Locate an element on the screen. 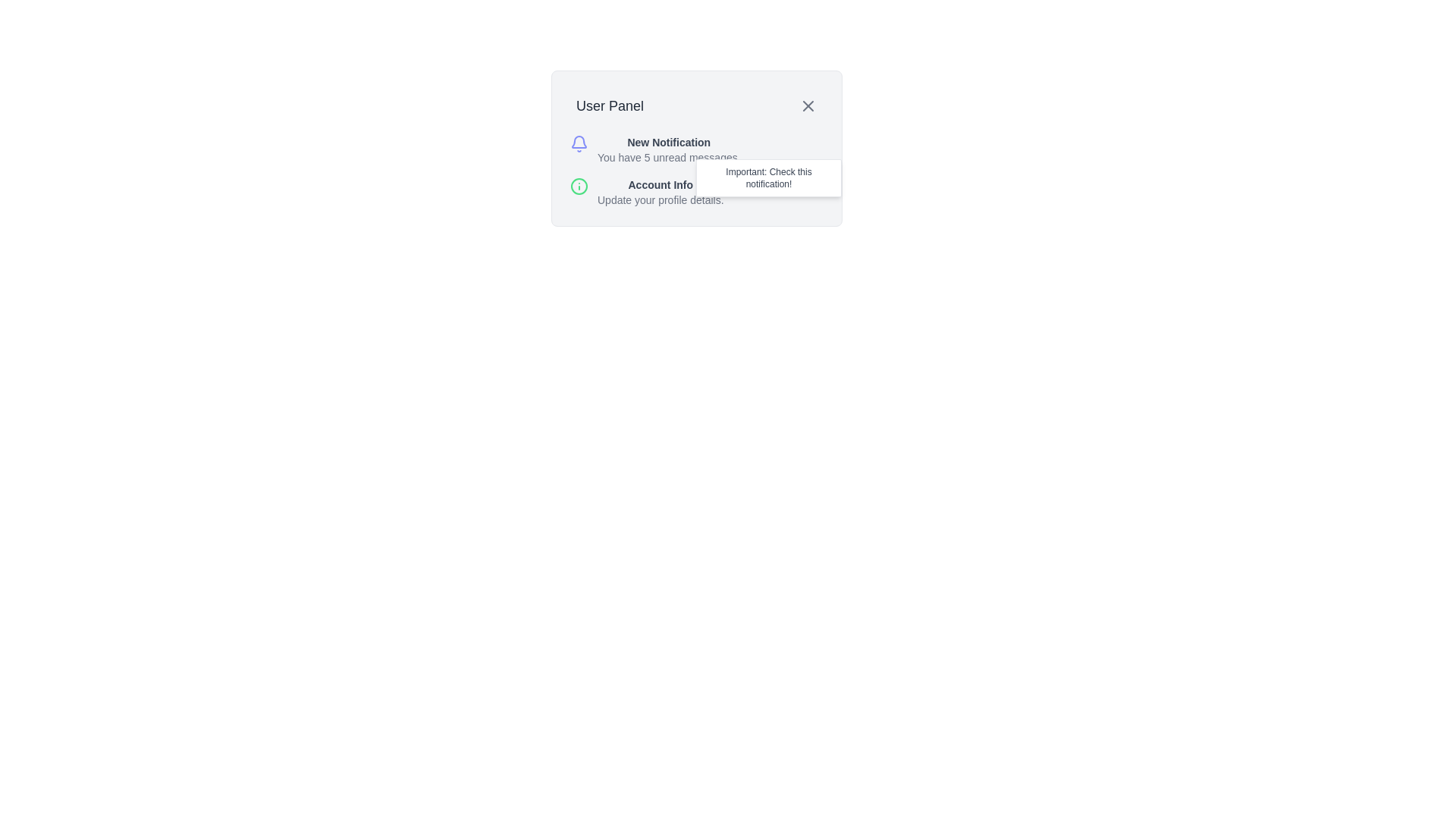 This screenshot has height=819, width=1456. the icon located to the left of the 'Account Info' text in the 'User Panel' section is located at coordinates (578, 186).